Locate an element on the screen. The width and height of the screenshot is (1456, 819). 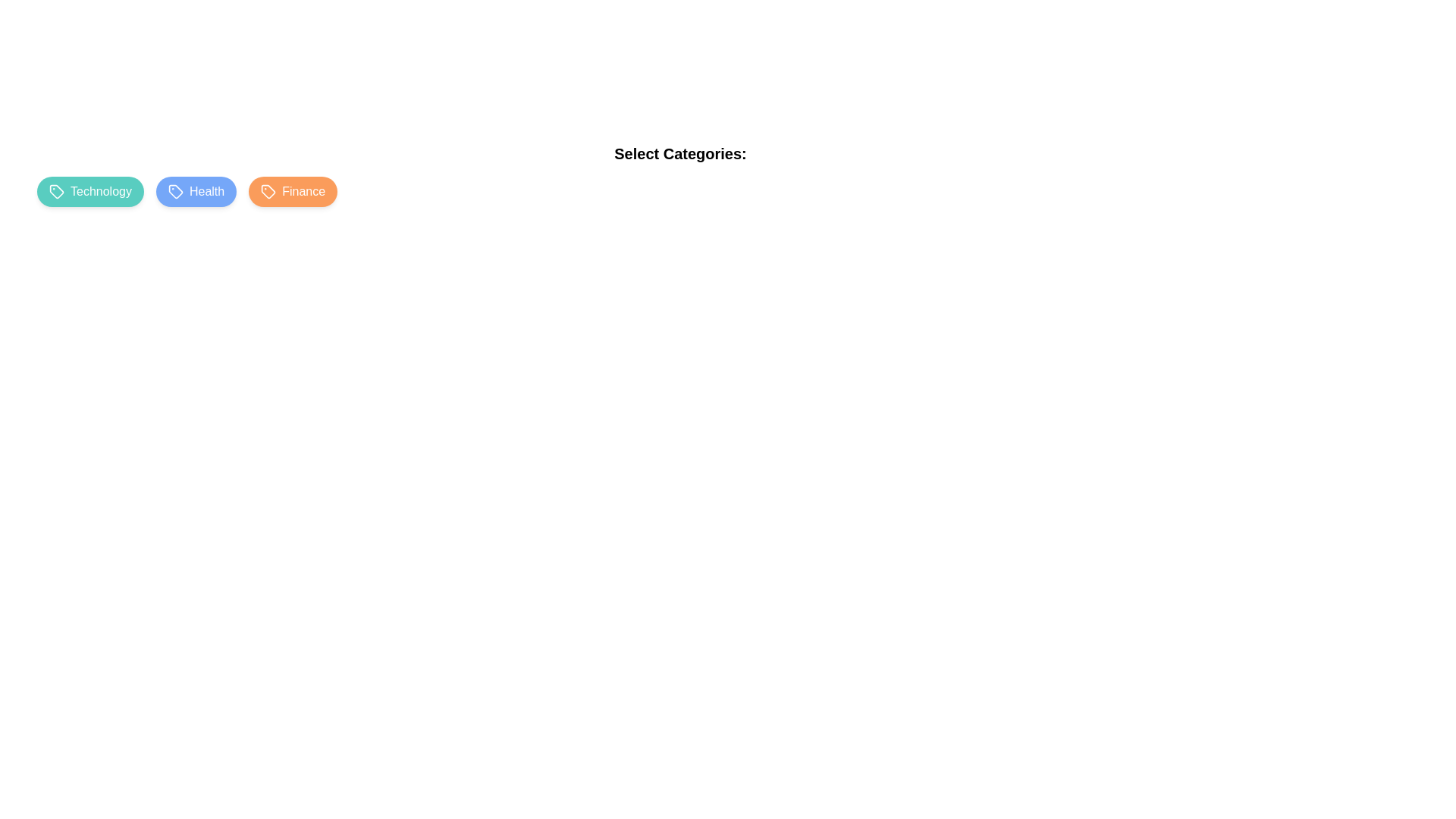
the category chip labeled Finance is located at coordinates (292, 191).